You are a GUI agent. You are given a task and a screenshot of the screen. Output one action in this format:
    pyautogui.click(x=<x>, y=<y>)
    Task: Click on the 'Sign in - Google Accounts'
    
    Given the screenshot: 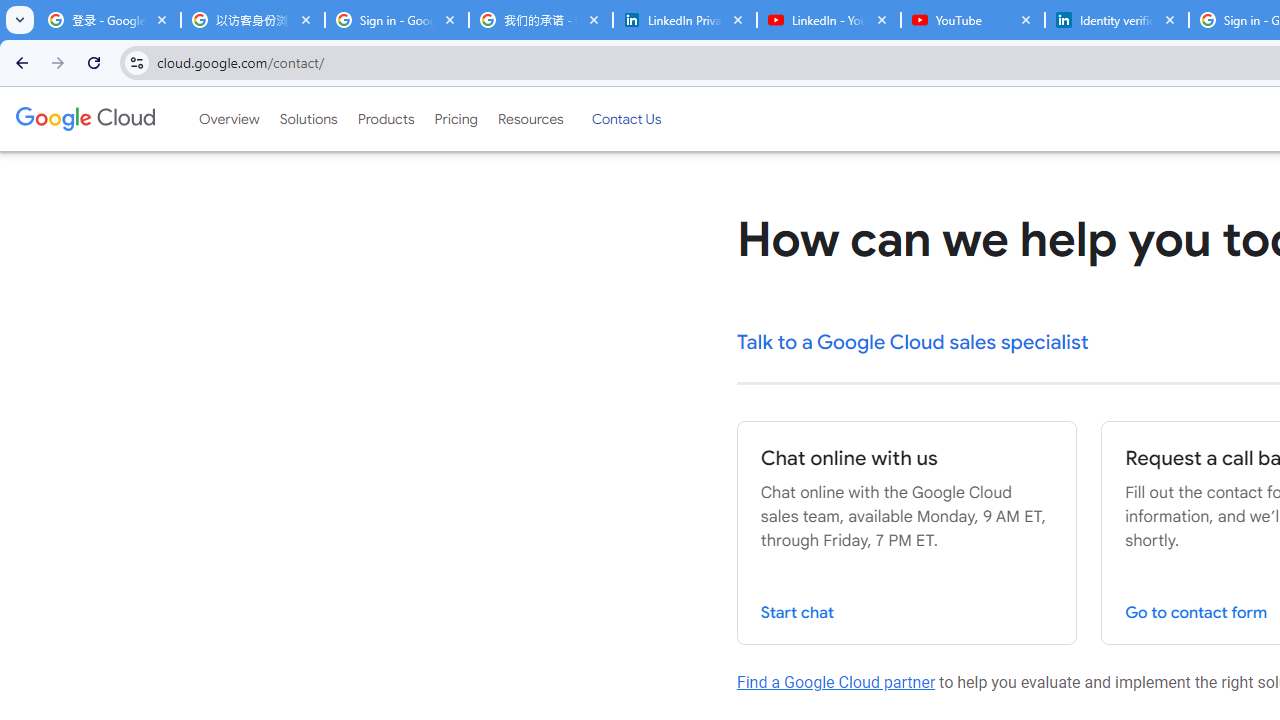 What is the action you would take?
    pyautogui.click(x=396, y=20)
    